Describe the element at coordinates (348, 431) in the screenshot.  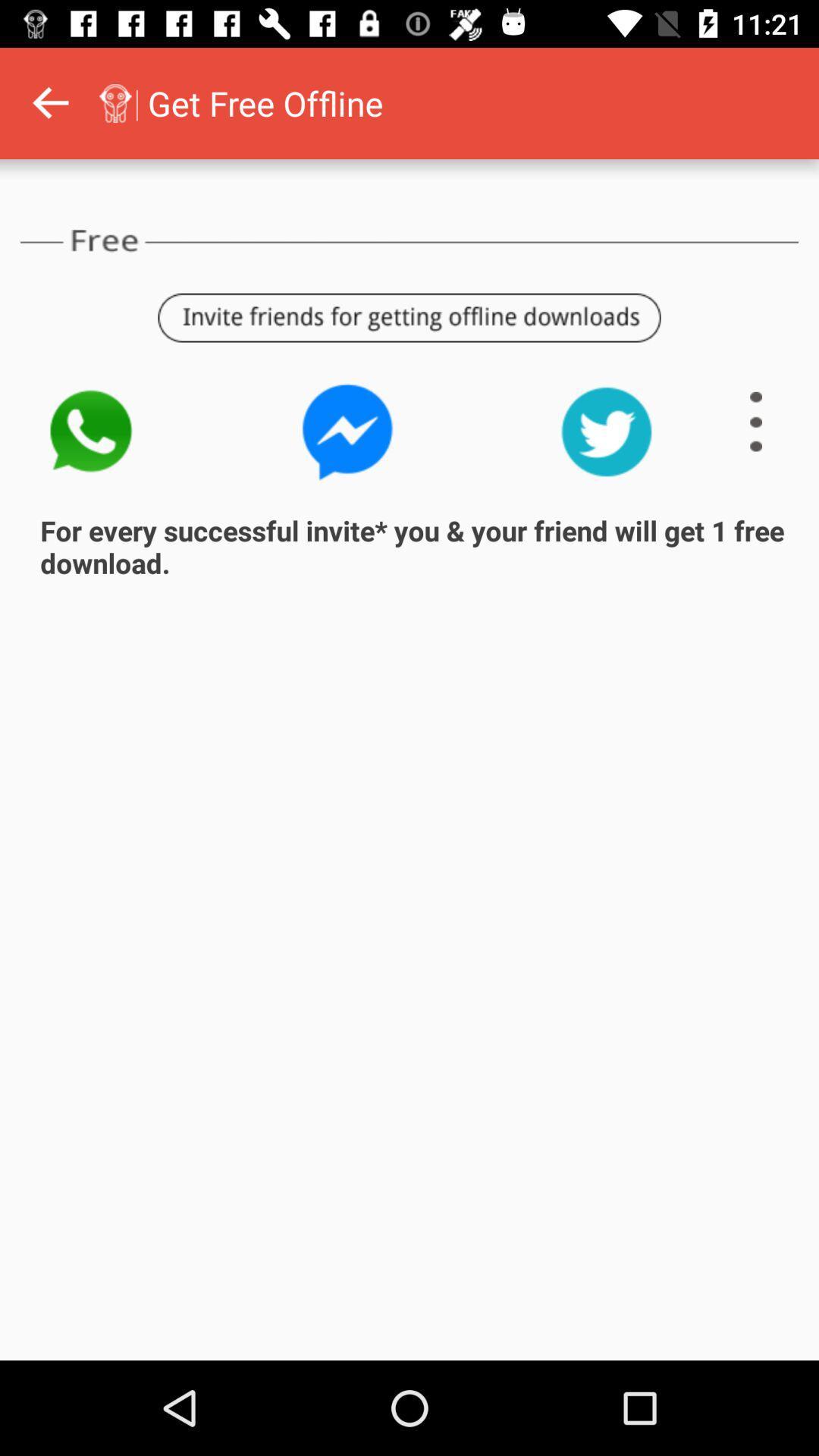
I see `invite with whatsapp` at that location.